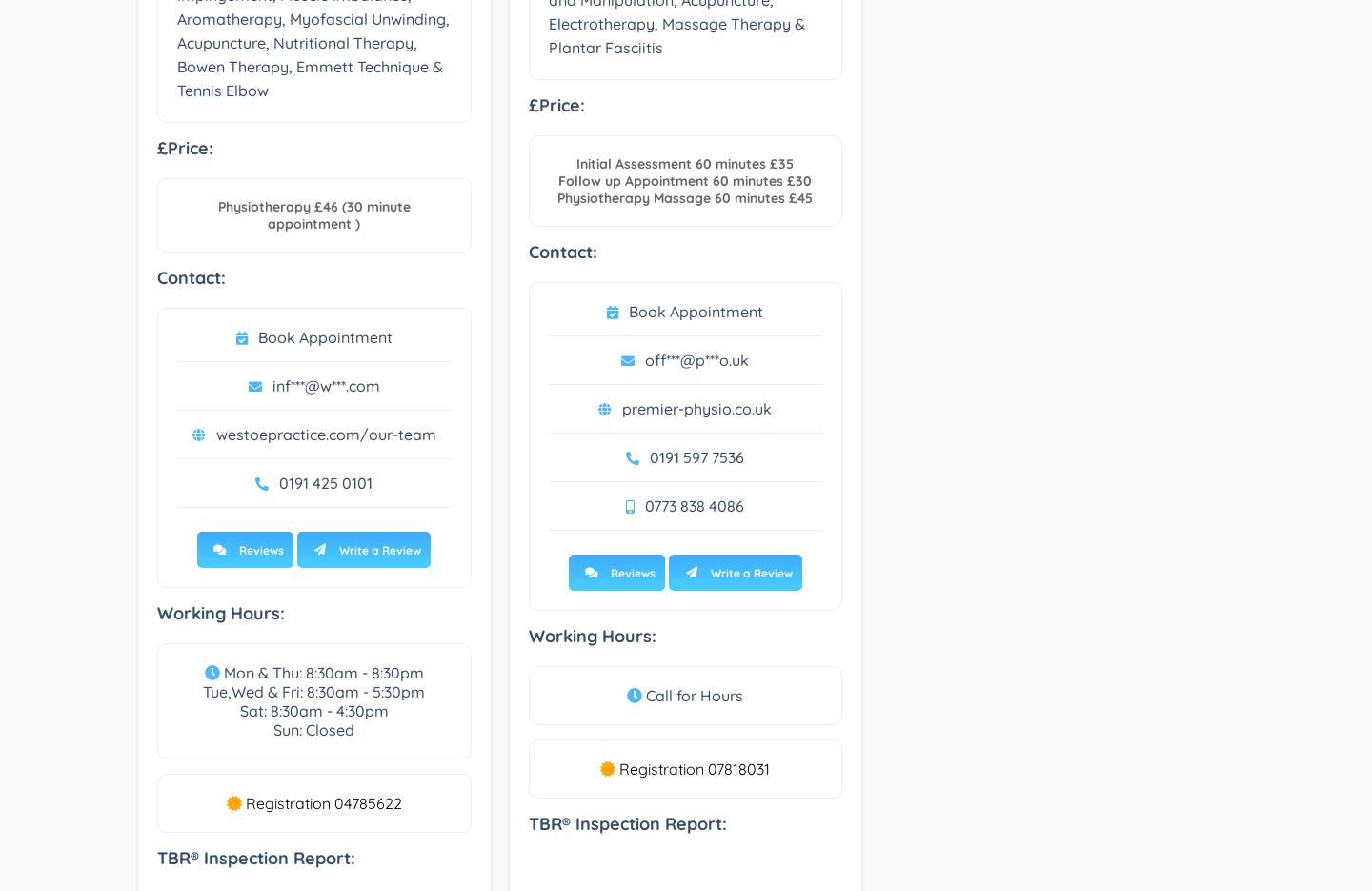  I want to click on 'Mon & Thu: 8:30am - 8:30pm', so click(320, 672).